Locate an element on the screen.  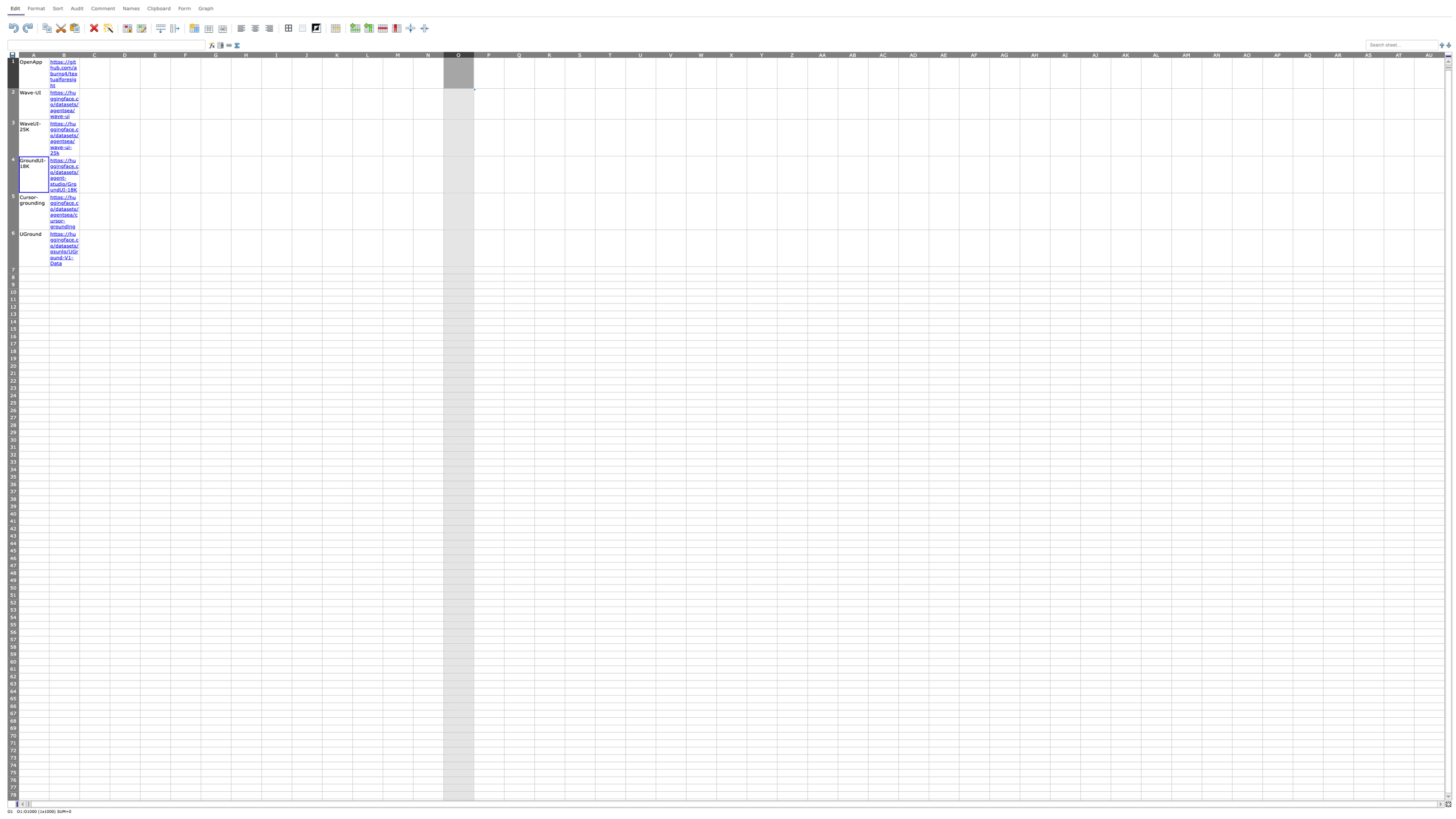
Move cursor to column P is located at coordinates (488, 54).